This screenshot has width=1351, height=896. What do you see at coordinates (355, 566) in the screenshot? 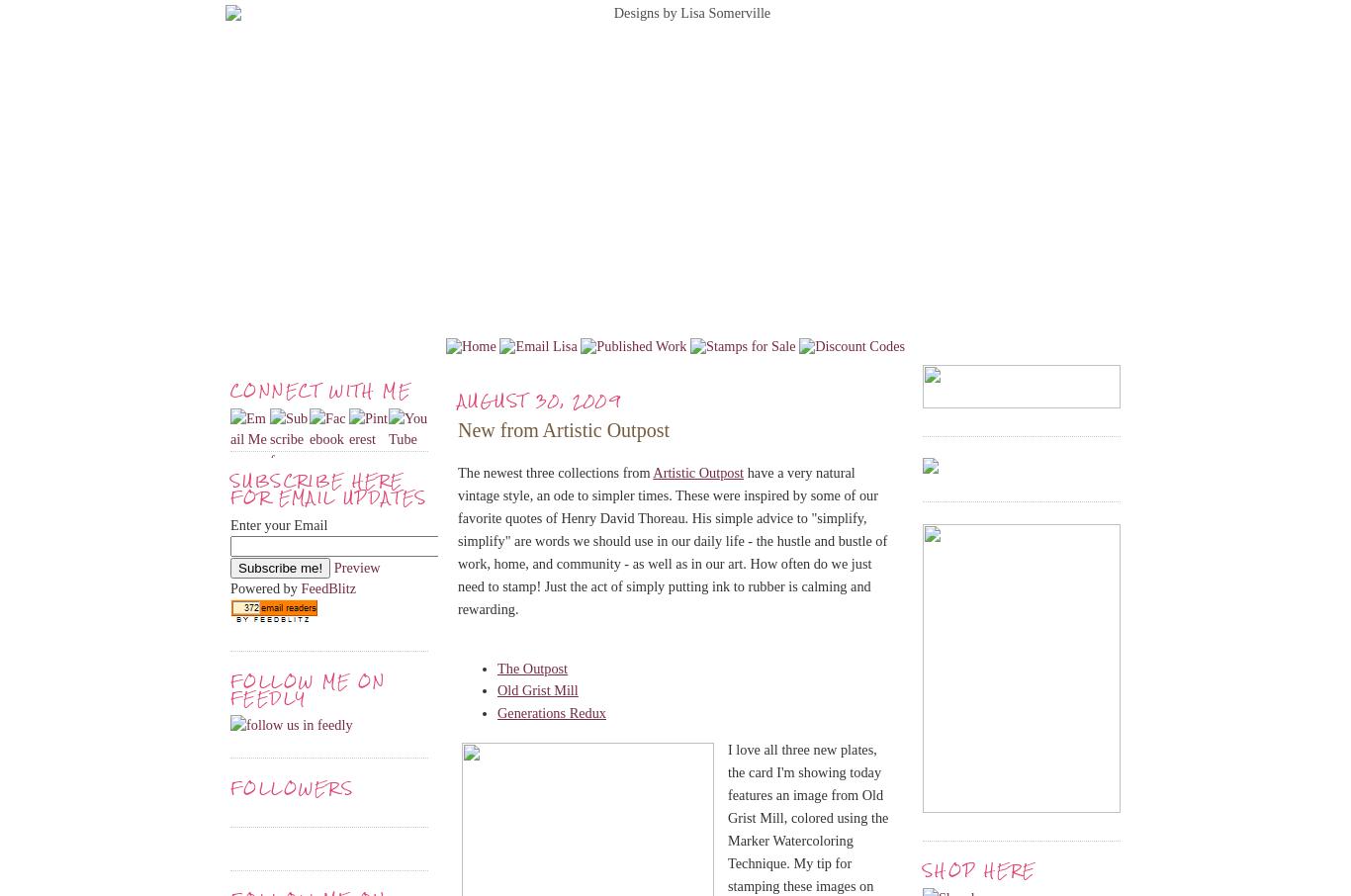
I see `'Preview'` at bounding box center [355, 566].